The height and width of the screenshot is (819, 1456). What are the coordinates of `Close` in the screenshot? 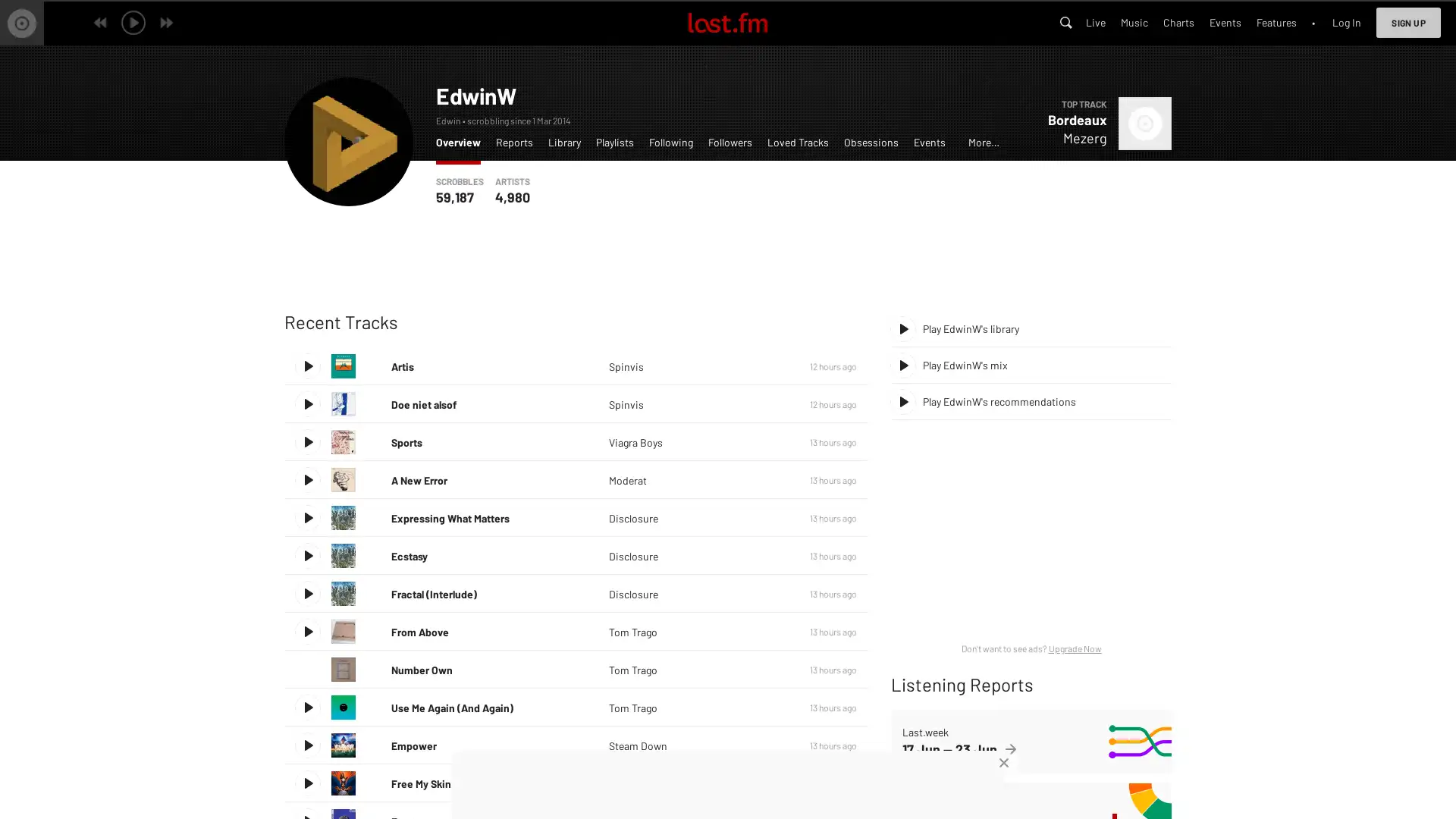 It's located at (1004, 763).